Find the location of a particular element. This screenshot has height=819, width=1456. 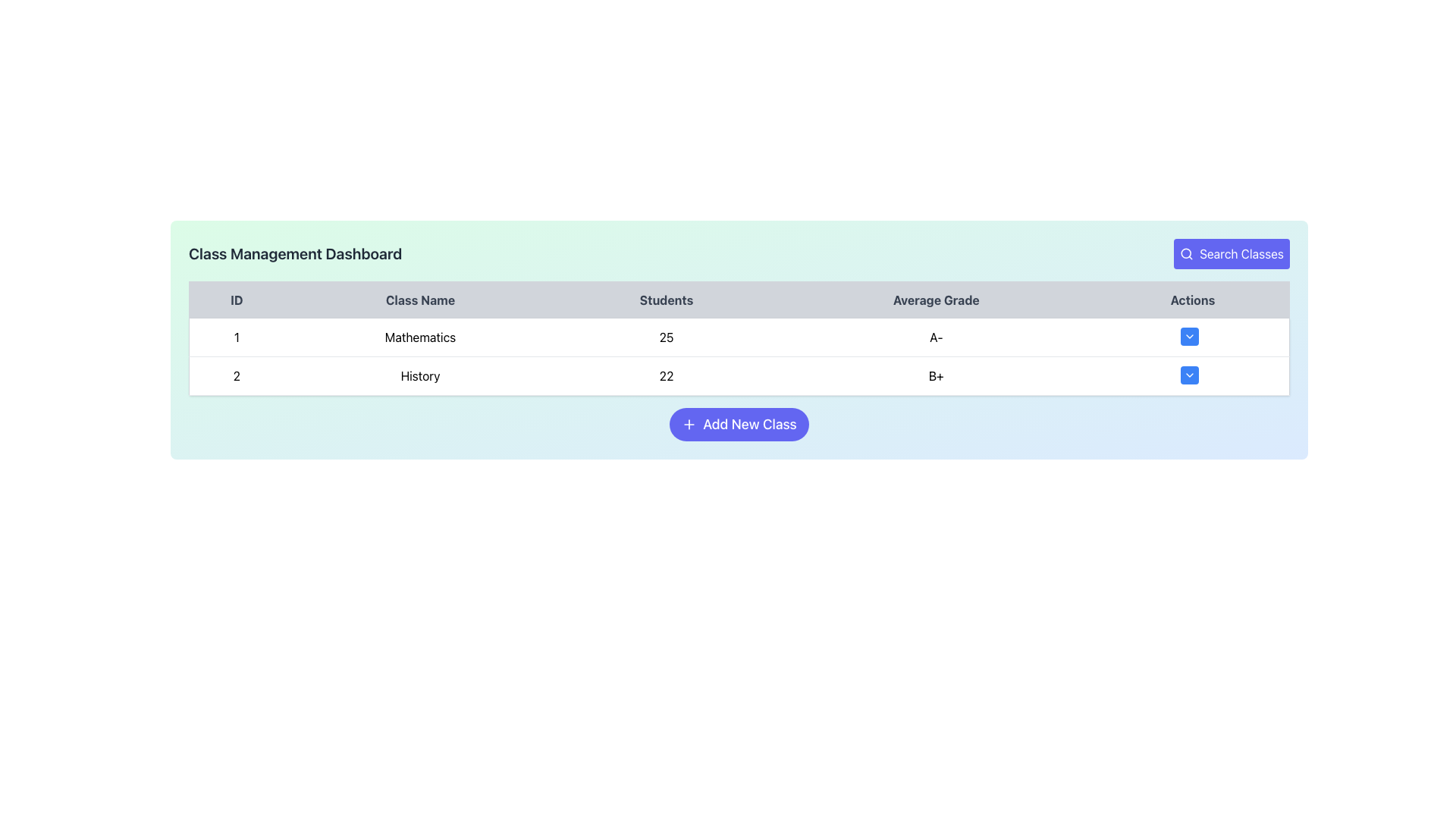

the dropdown button with a blue background and white text in the 'Actions' column of the 'Mathematics' row is located at coordinates (1188, 335).